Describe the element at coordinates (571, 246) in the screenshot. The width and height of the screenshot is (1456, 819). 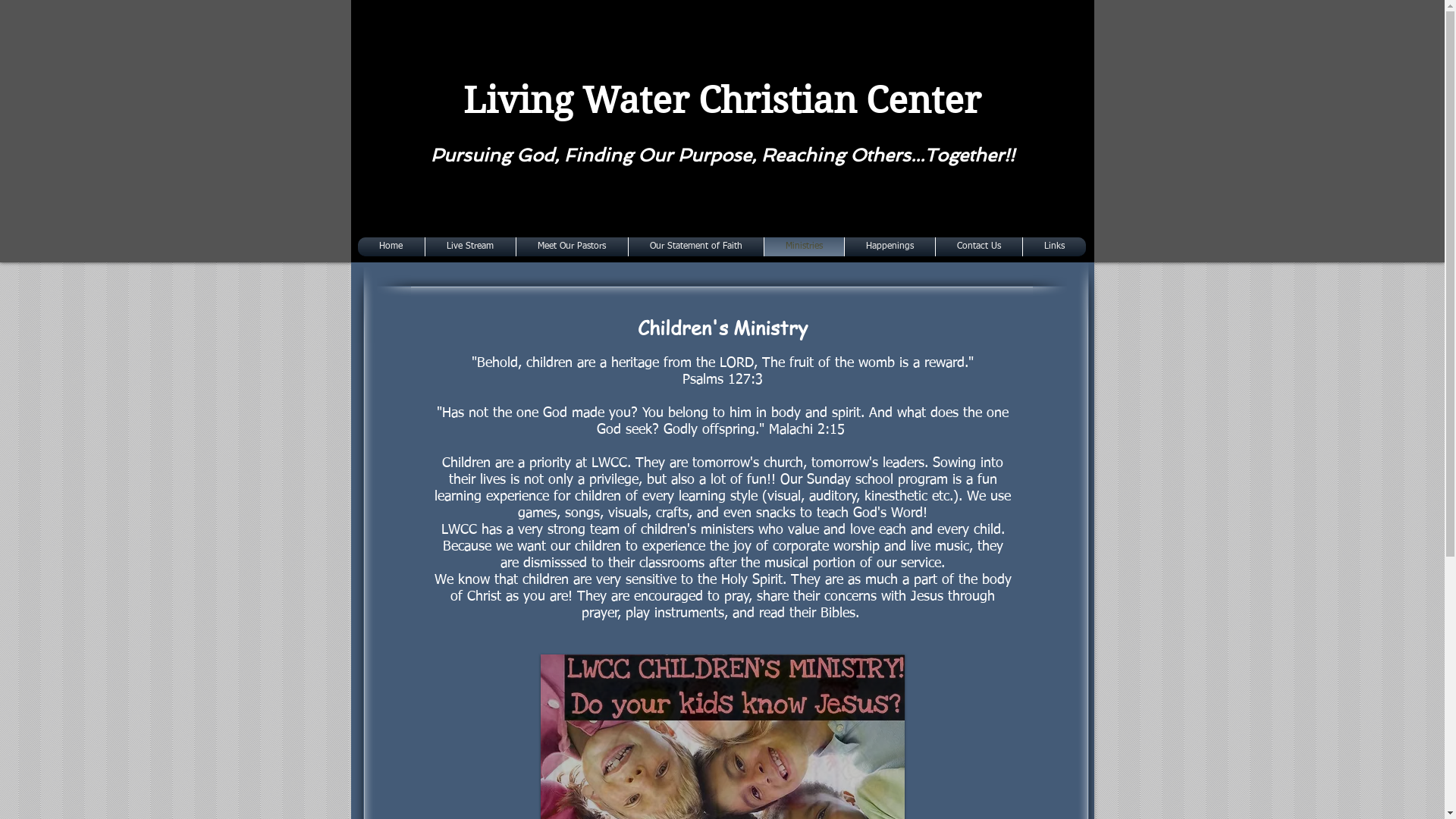
I see `'Meet Our Pastors'` at that location.